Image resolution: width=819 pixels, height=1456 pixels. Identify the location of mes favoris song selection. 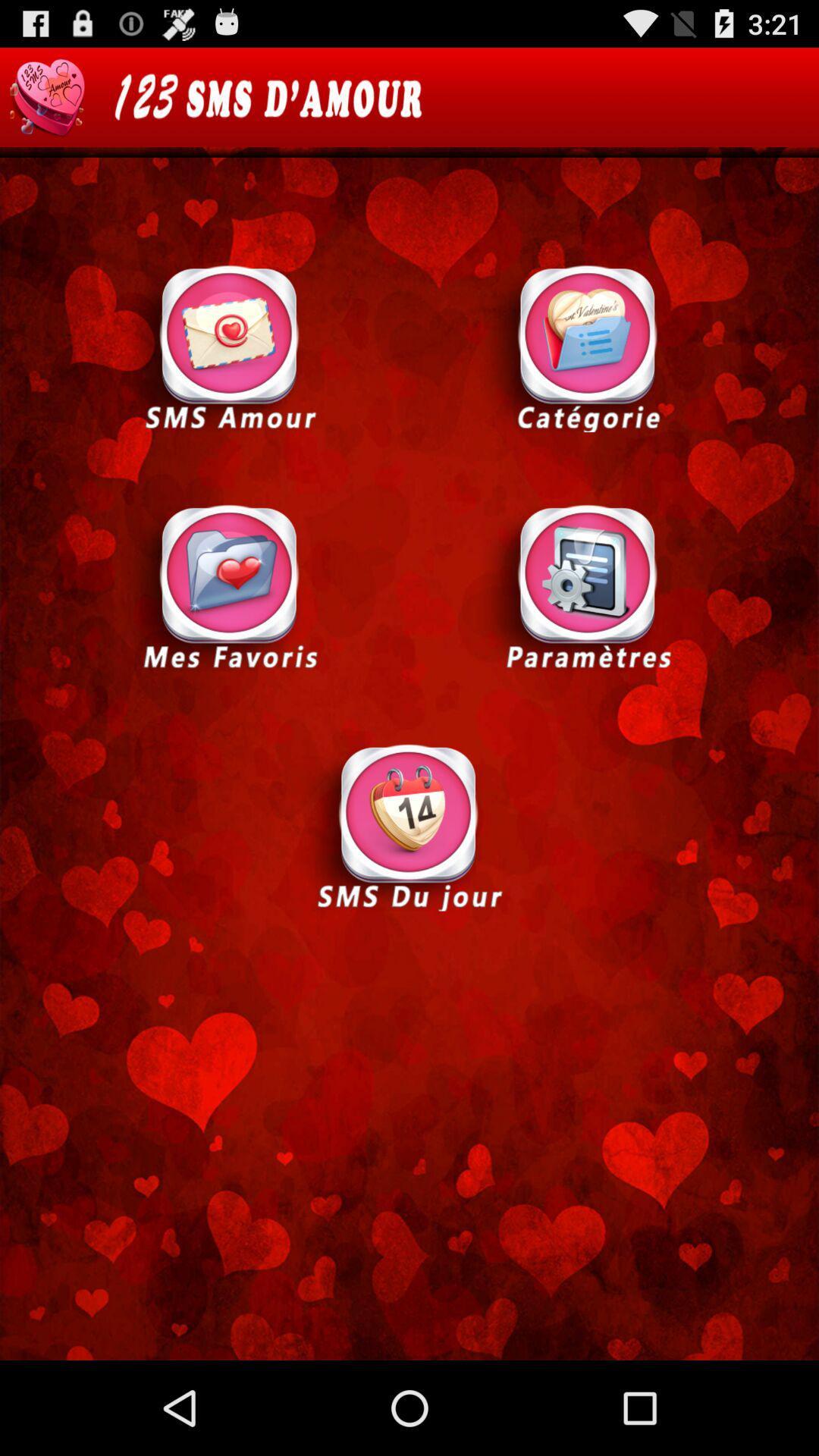
(230, 585).